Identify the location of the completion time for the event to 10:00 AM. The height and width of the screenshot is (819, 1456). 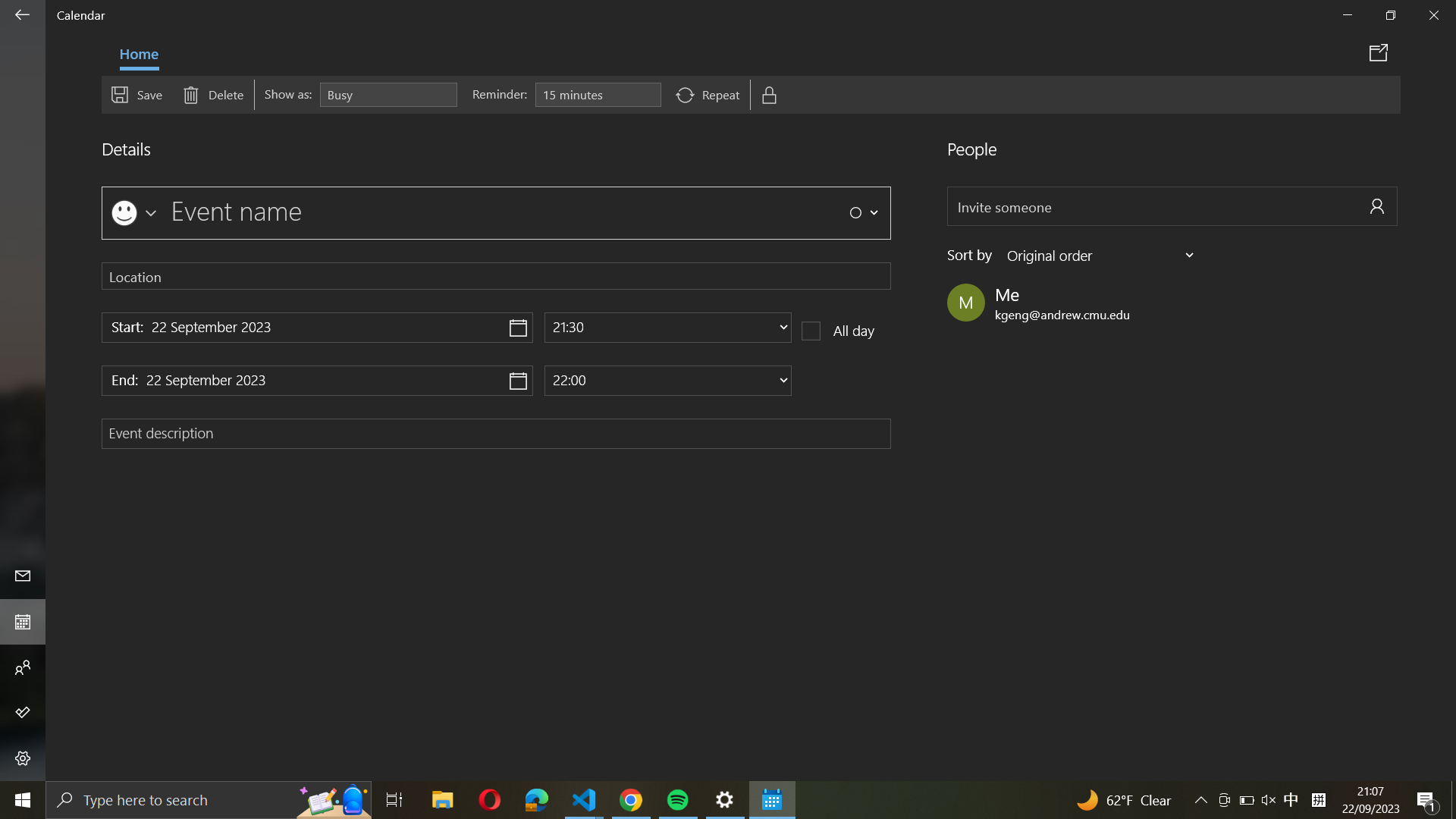
(667, 379).